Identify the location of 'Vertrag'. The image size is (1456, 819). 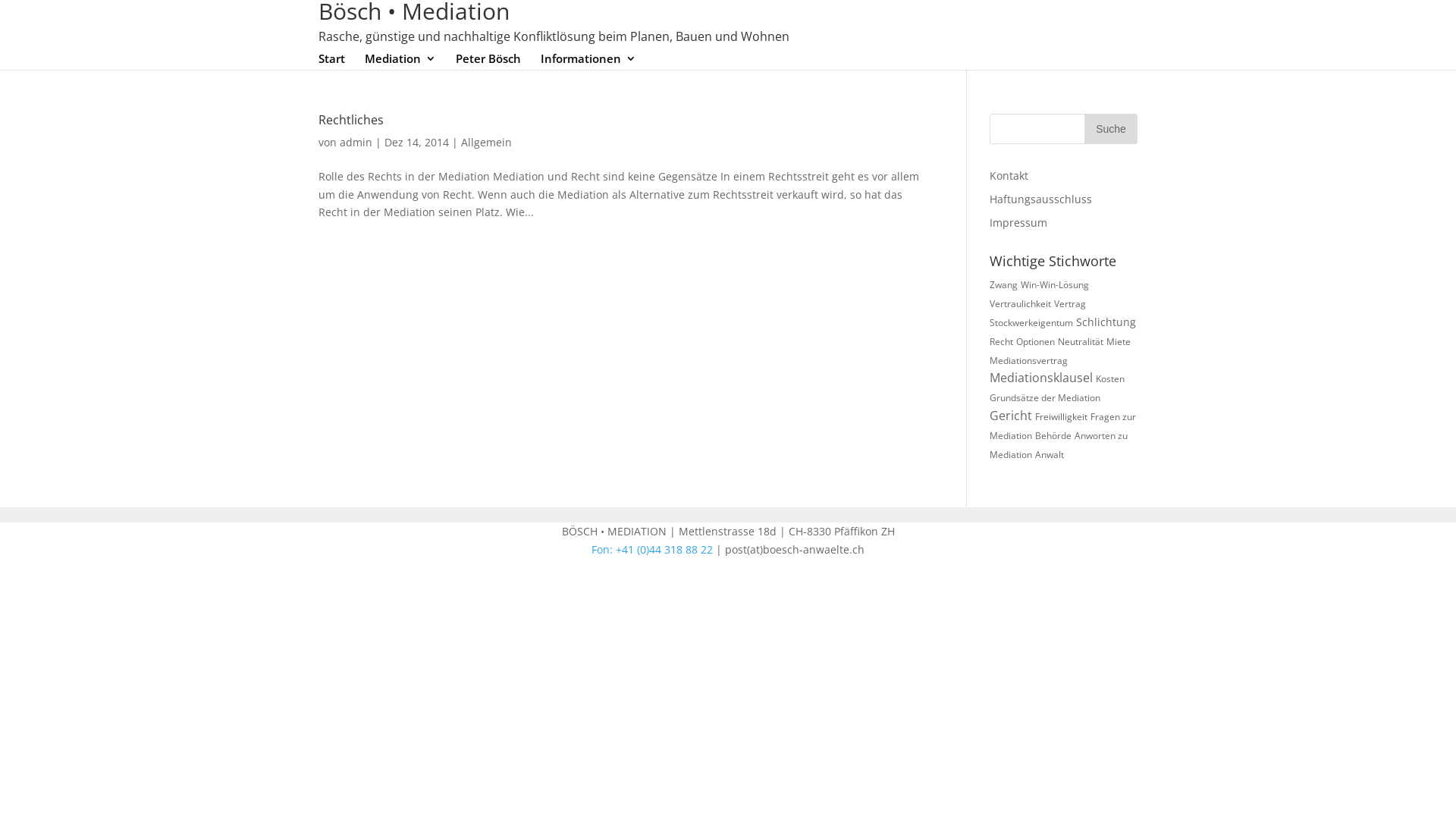
(1069, 303).